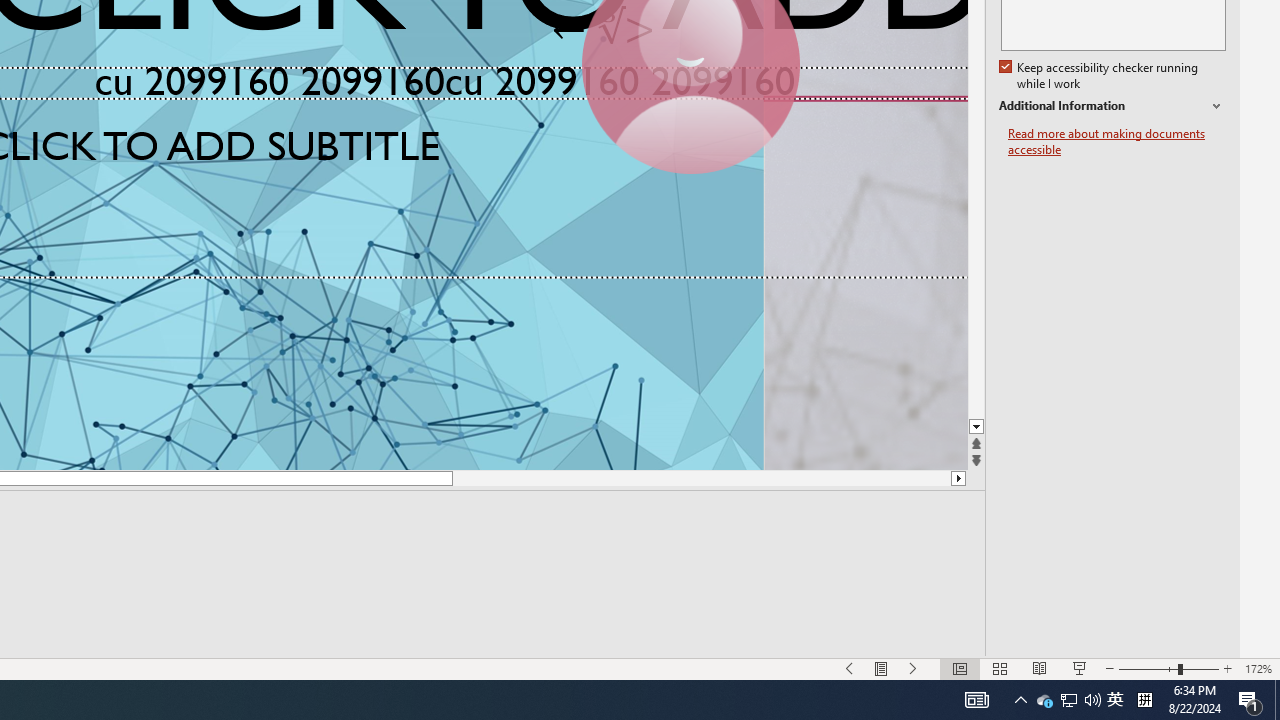  What do you see at coordinates (1257, 669) in the screenshot?
I see `'Zoom 172%'` at bounding box center [1257, 669].